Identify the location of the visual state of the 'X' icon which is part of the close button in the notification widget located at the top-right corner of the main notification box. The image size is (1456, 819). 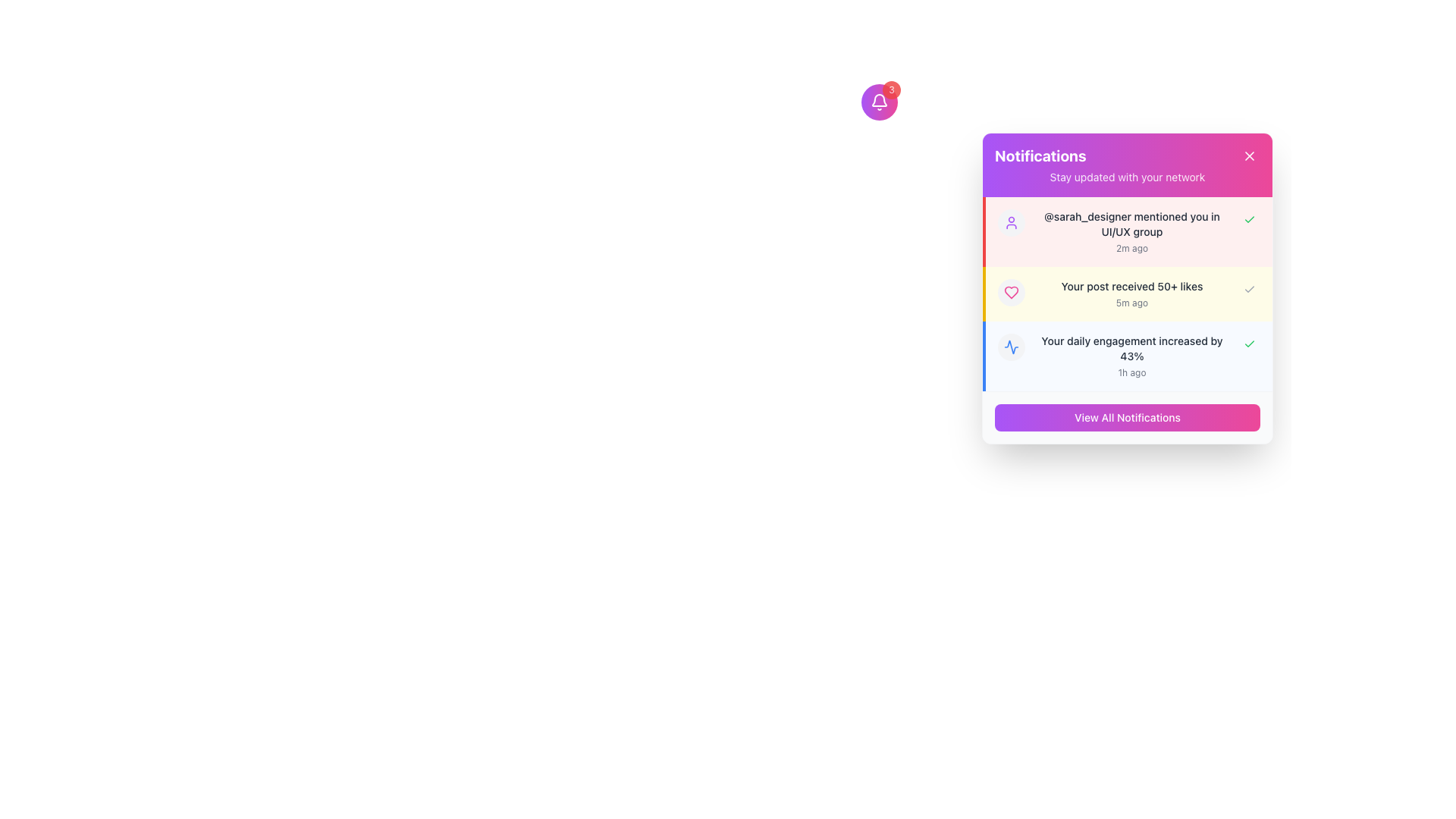
(1249, 155).